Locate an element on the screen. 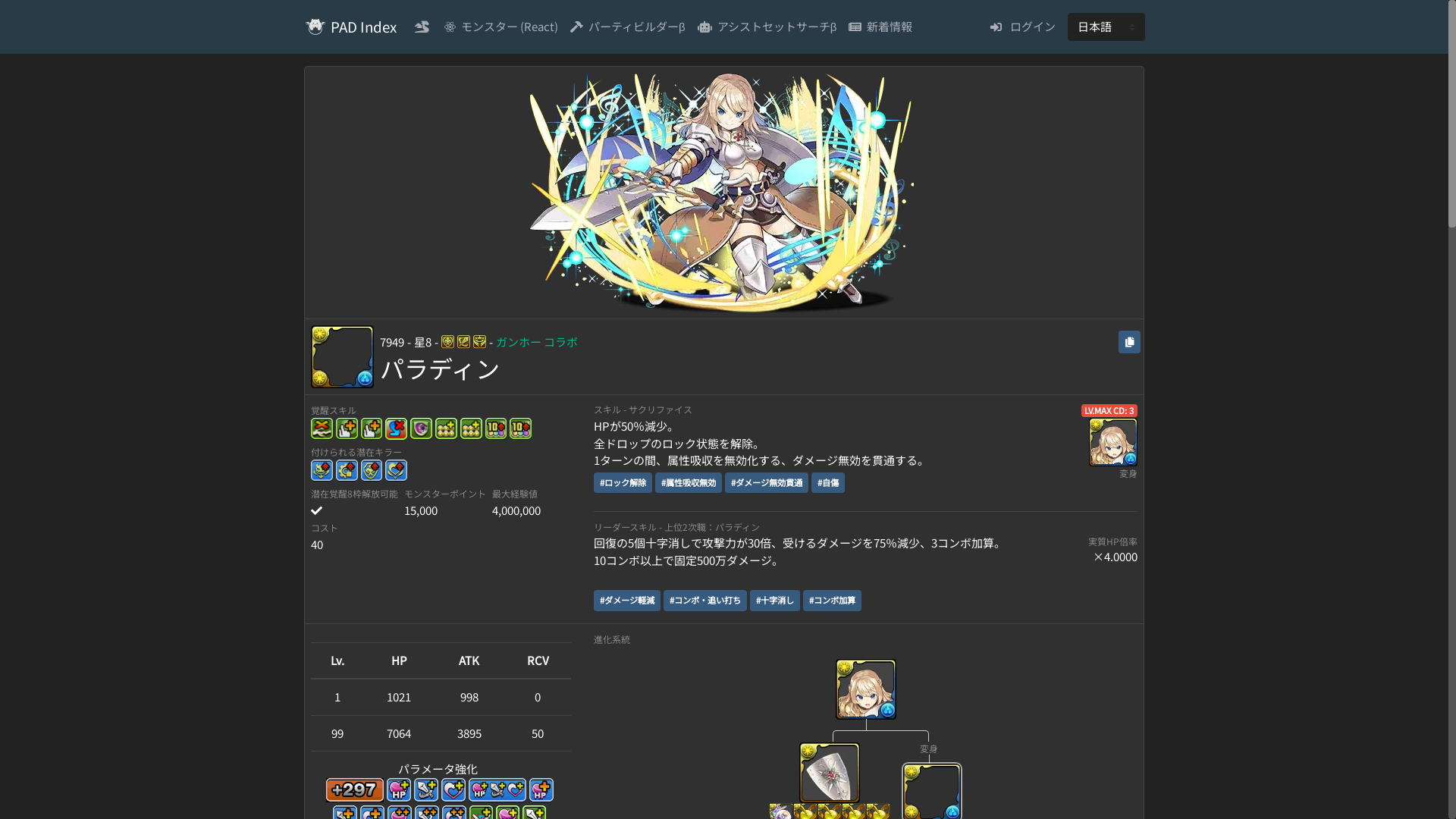 This screenshot has height=819, width=1456. 'PAD Index' is located at coordinates (362, 27).